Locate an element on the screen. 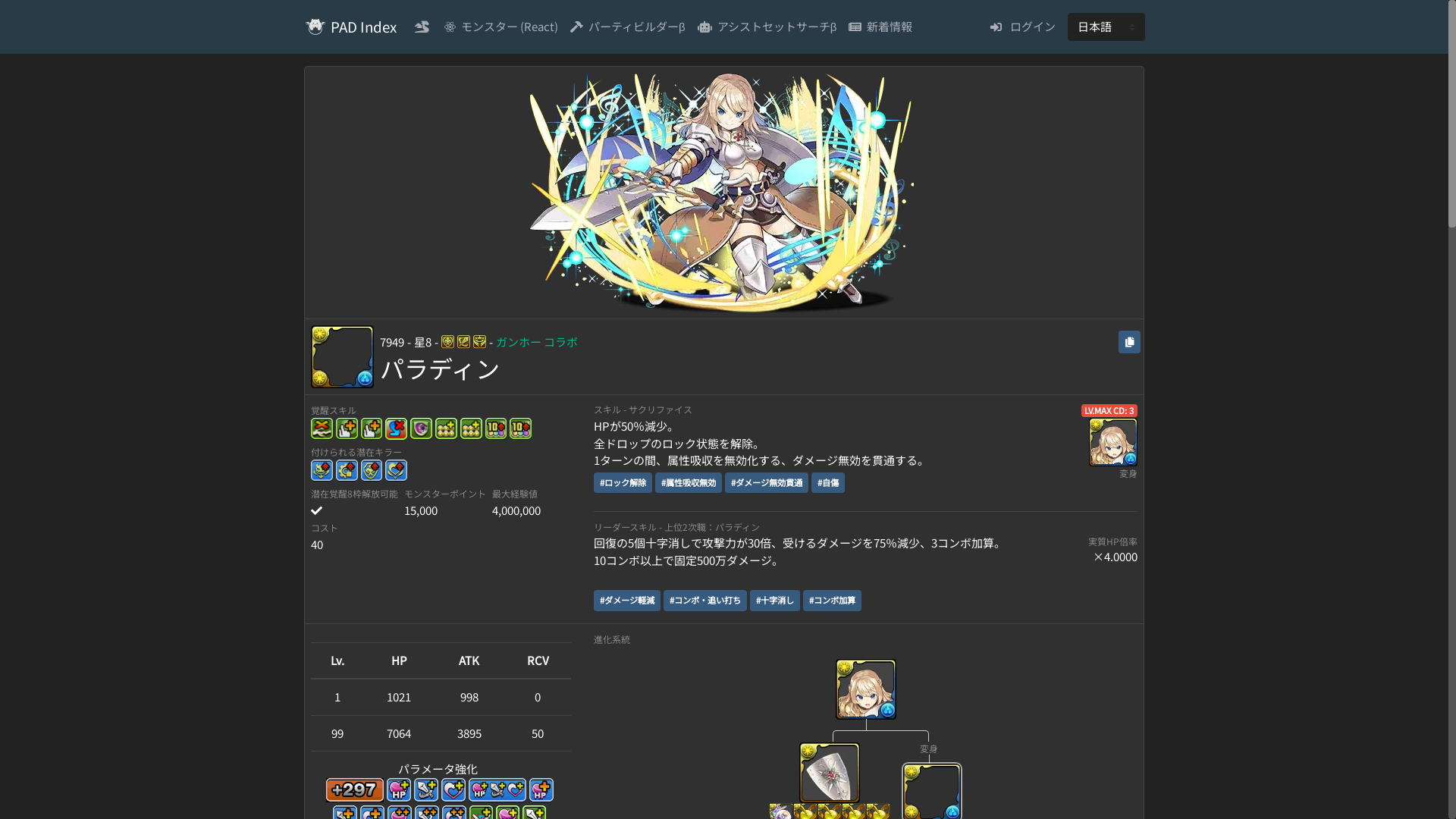 This screenshot has height=819, width=1456. 'PAD Index' is located at coordinates (362, 27).